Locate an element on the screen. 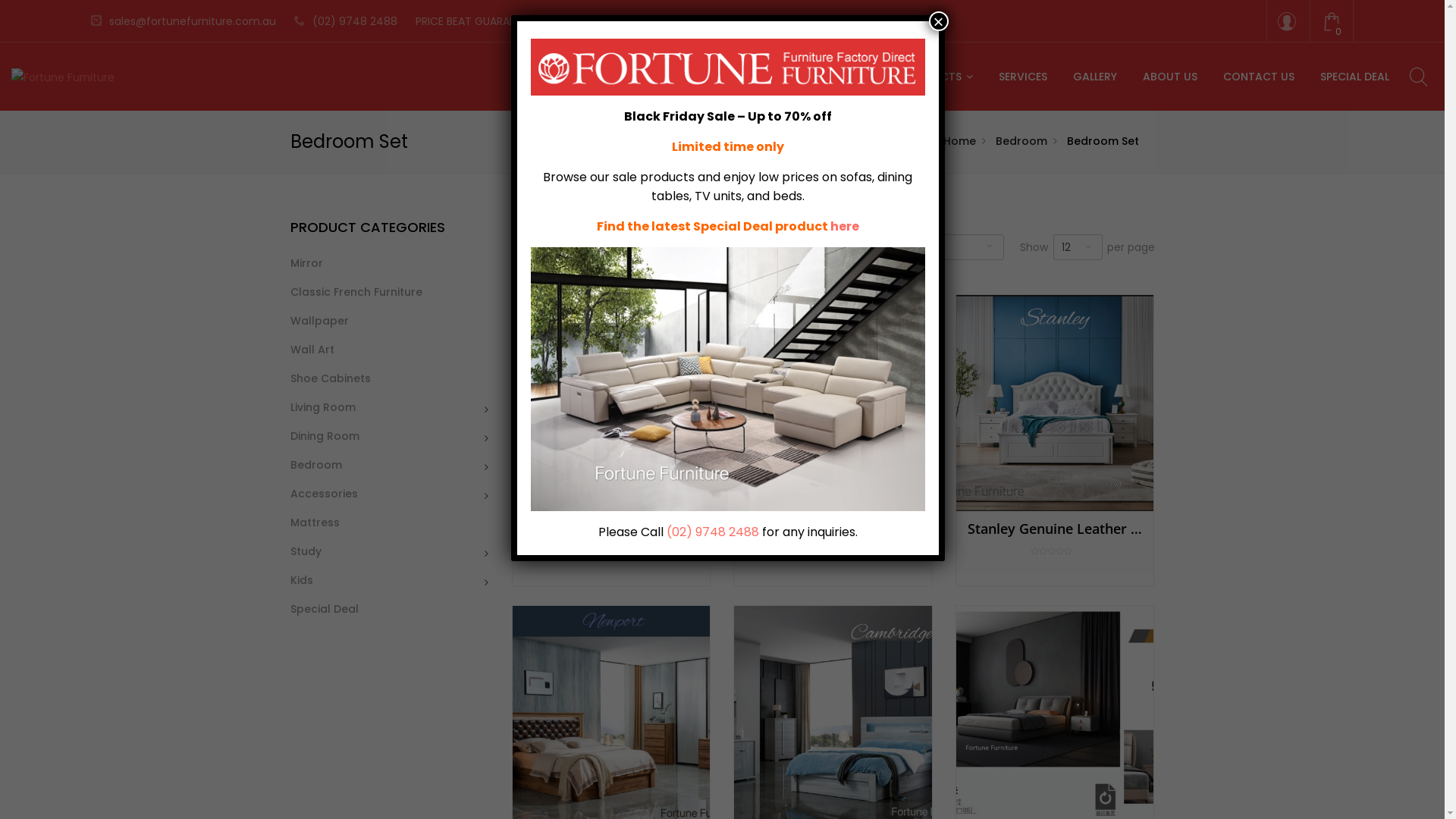  'Shoe Cabinets' is located at coordinates (290, 376).